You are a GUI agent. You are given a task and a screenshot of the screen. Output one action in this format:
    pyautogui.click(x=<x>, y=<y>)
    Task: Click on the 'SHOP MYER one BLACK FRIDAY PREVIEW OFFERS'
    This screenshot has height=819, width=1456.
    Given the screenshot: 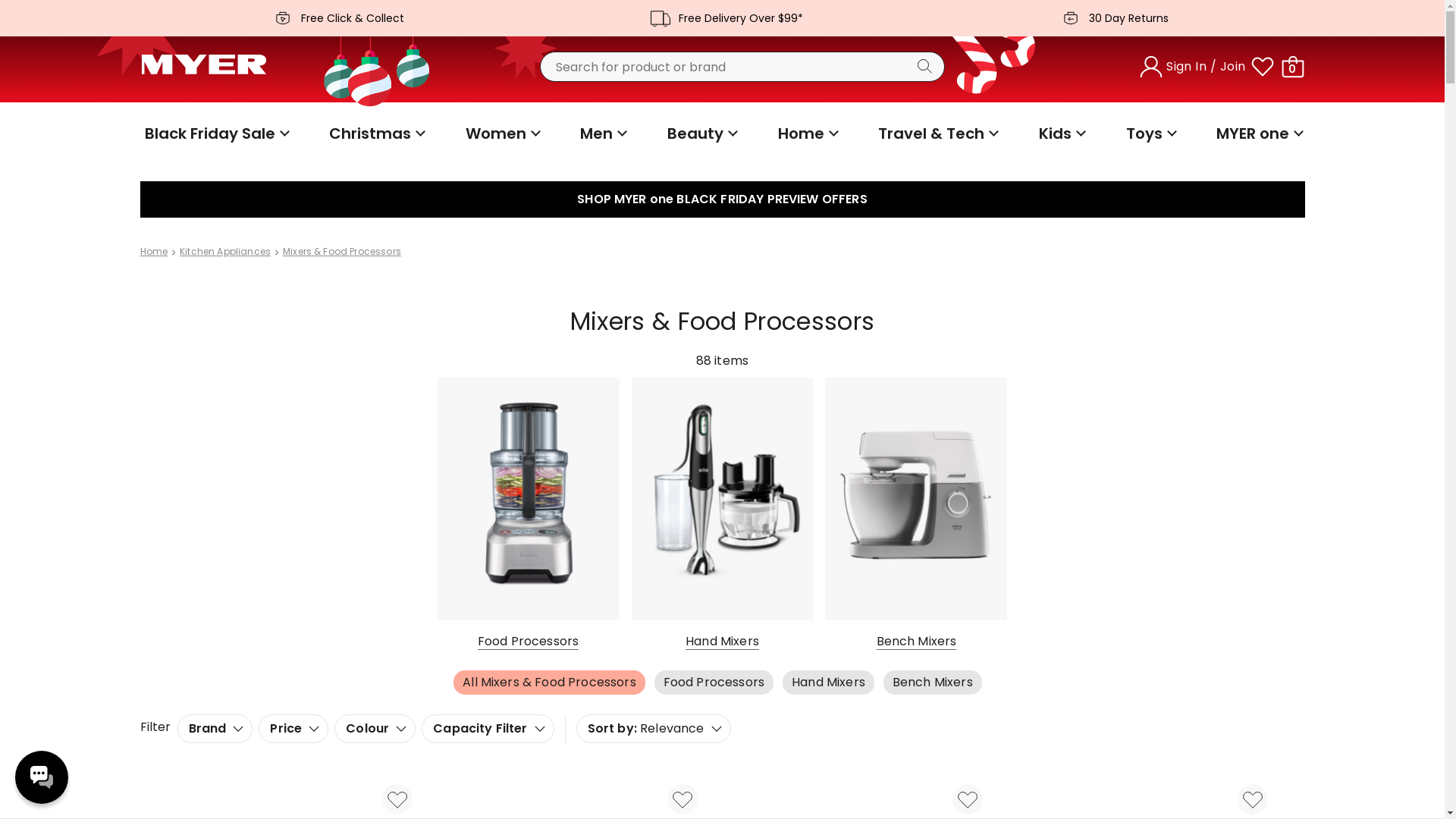 What is the action you would take?
    pyautogui.click(x=720, y=198)
    